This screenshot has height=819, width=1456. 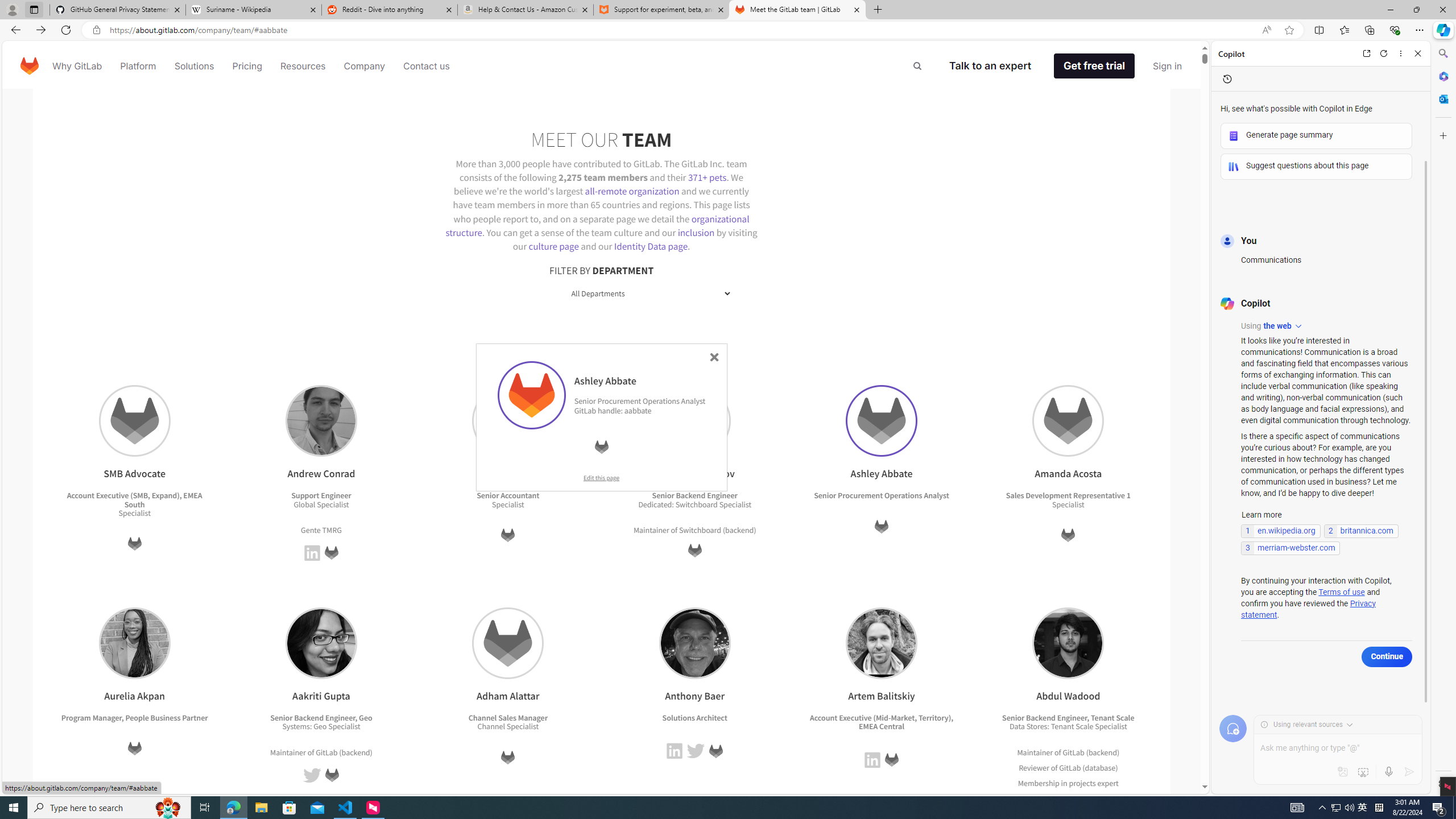 What do you see at coordinates (507, 642) in the screenshot?
I see `'Adham Alattar'` at bounding box center [507, 642].